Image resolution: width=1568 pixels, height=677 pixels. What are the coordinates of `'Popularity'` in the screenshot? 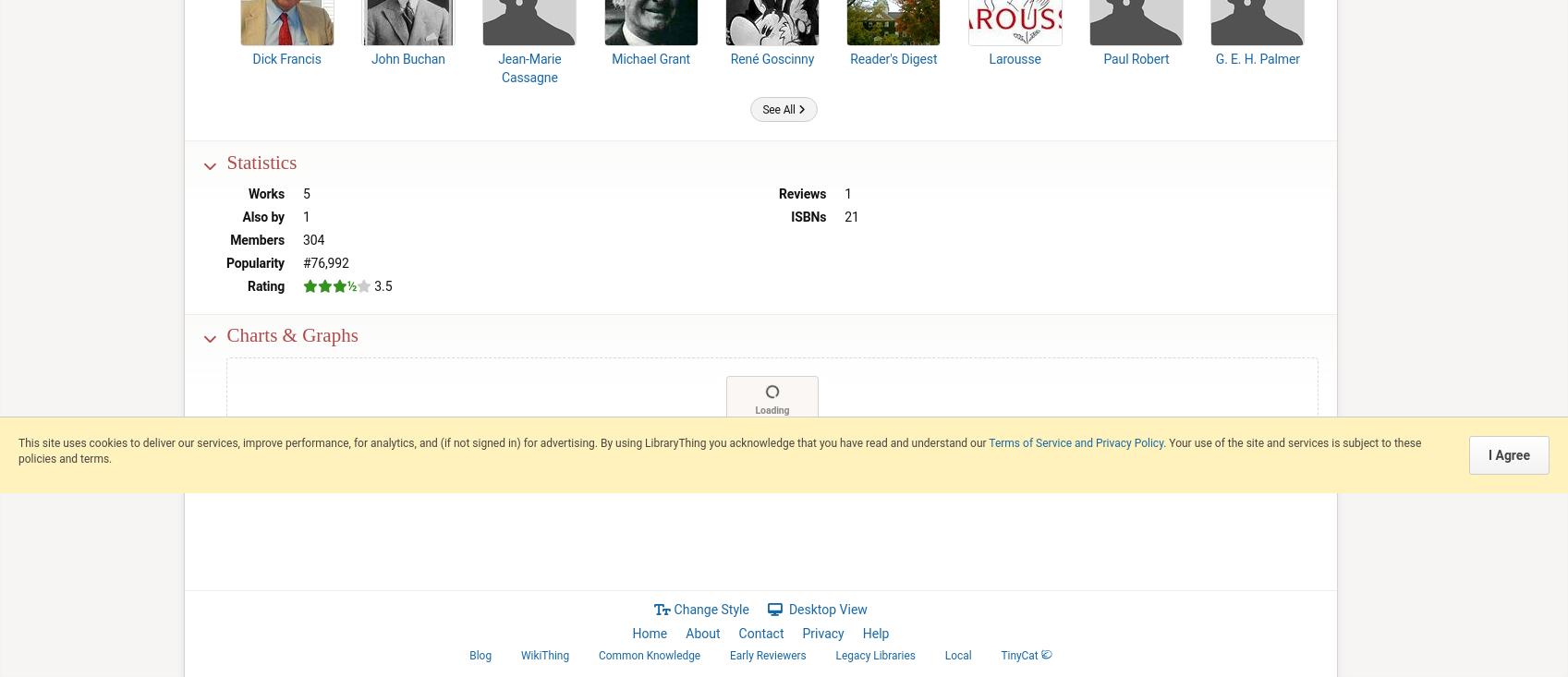 It's located at (225, 261).